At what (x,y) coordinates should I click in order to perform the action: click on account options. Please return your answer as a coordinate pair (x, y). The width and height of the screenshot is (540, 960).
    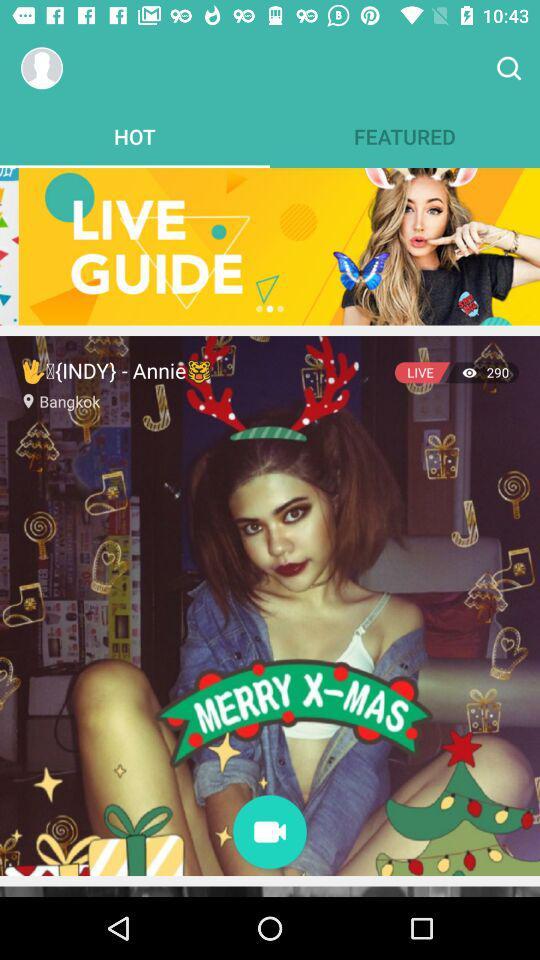
    Looking at the image, I should click on (42, 68).